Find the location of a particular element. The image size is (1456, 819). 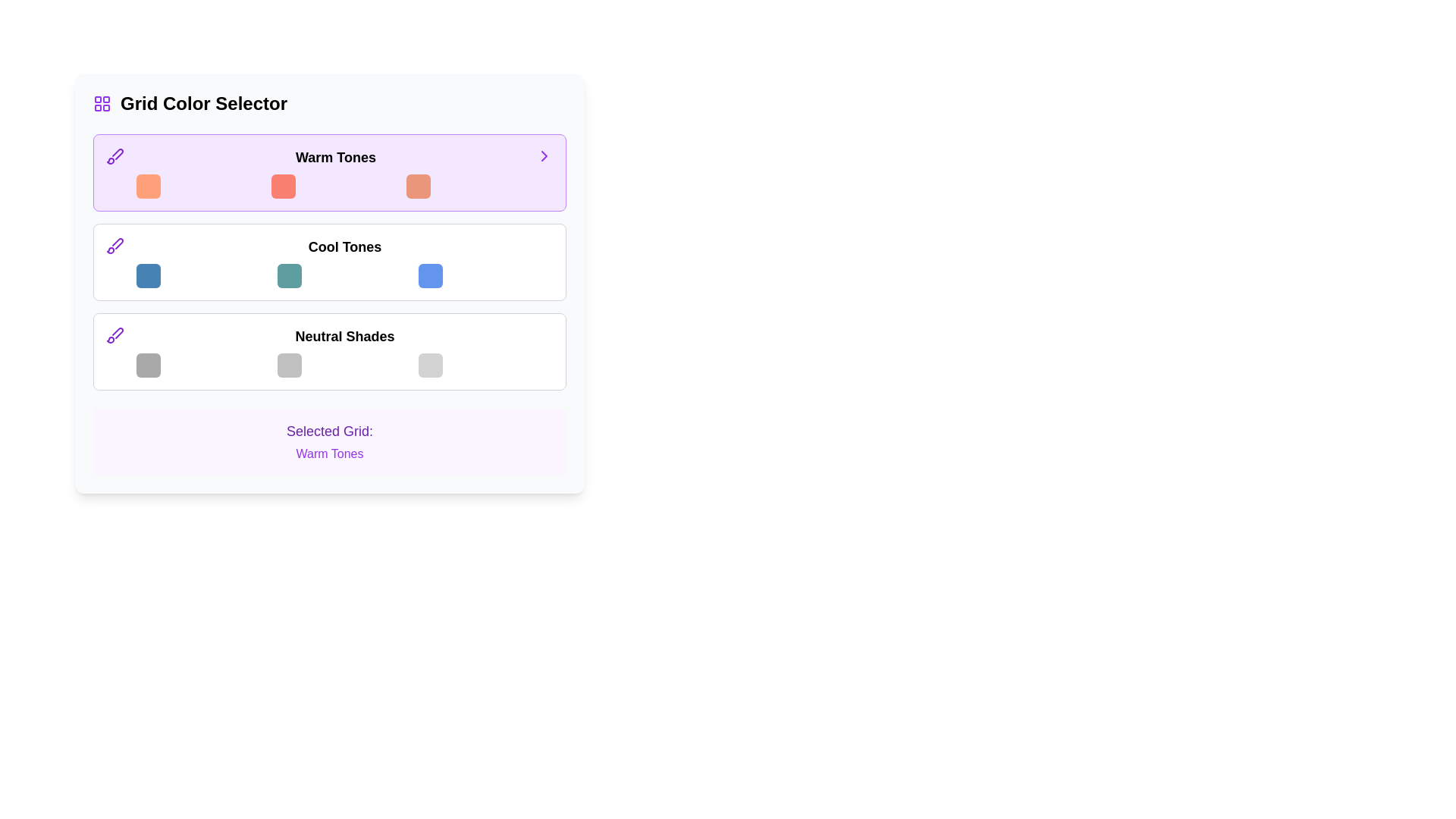

the navigational icon located in the top right corner of the 'Warm Tones' section is located at coordinates (544, 155).